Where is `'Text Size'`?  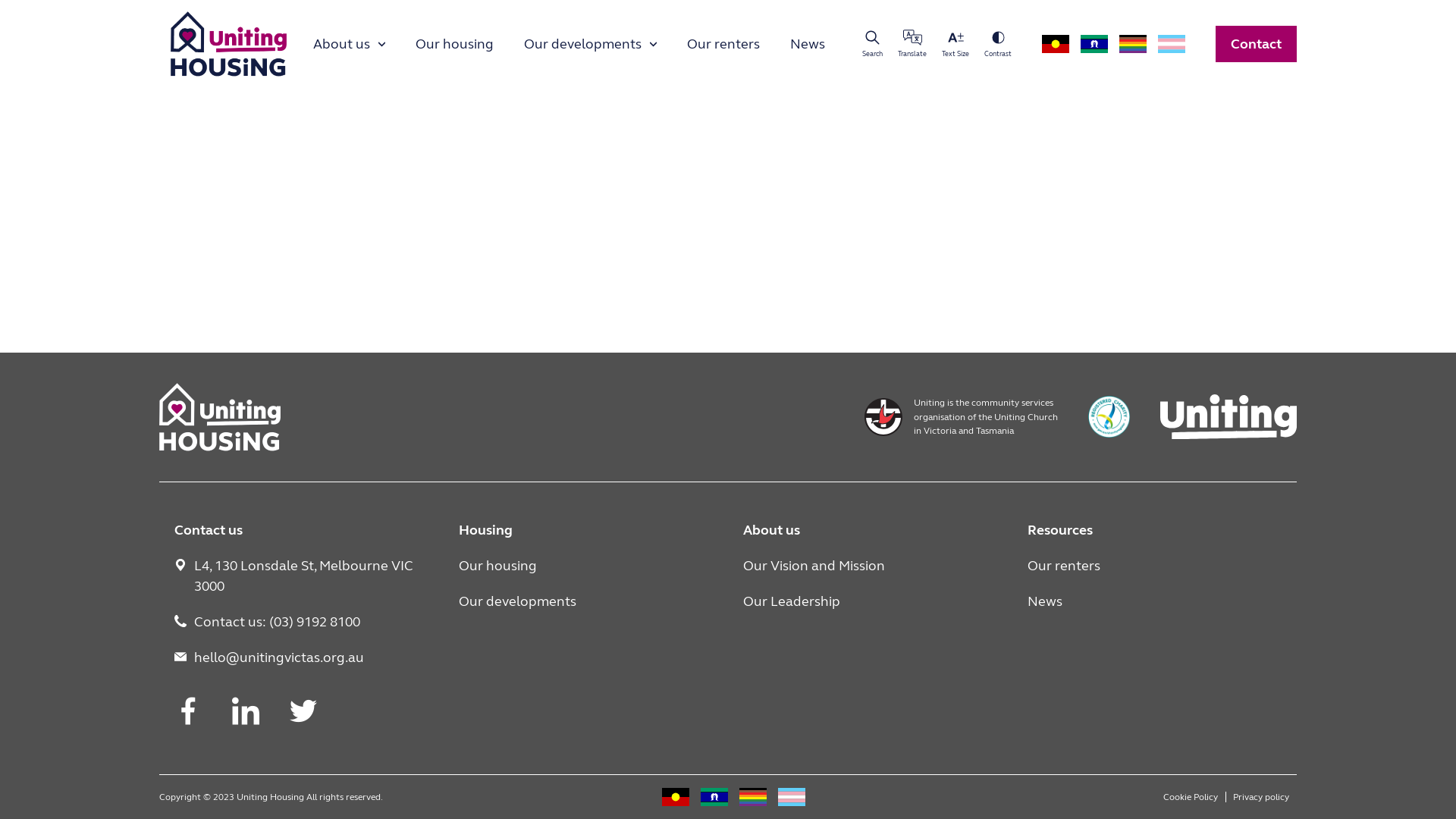
'Text Size' is located at coordinates (934, 42).